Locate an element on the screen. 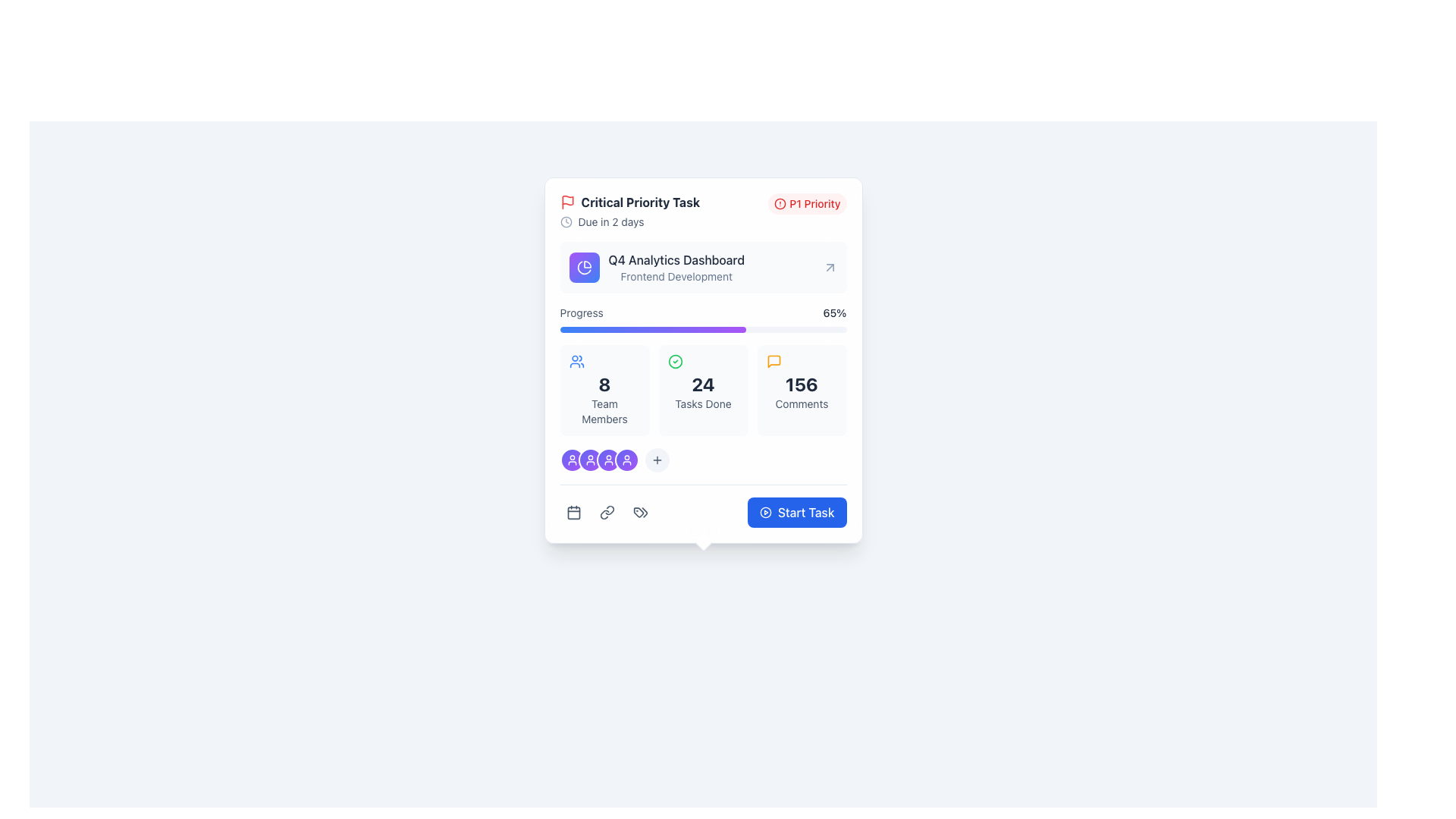 The height and width of the screenshot is (819, 1456). the 'time' SVG icon located to the left of the text 'Due in 2 days' at the top-left area of the card titled 'Critical Priority Task' is located at coordinates (565, 222).